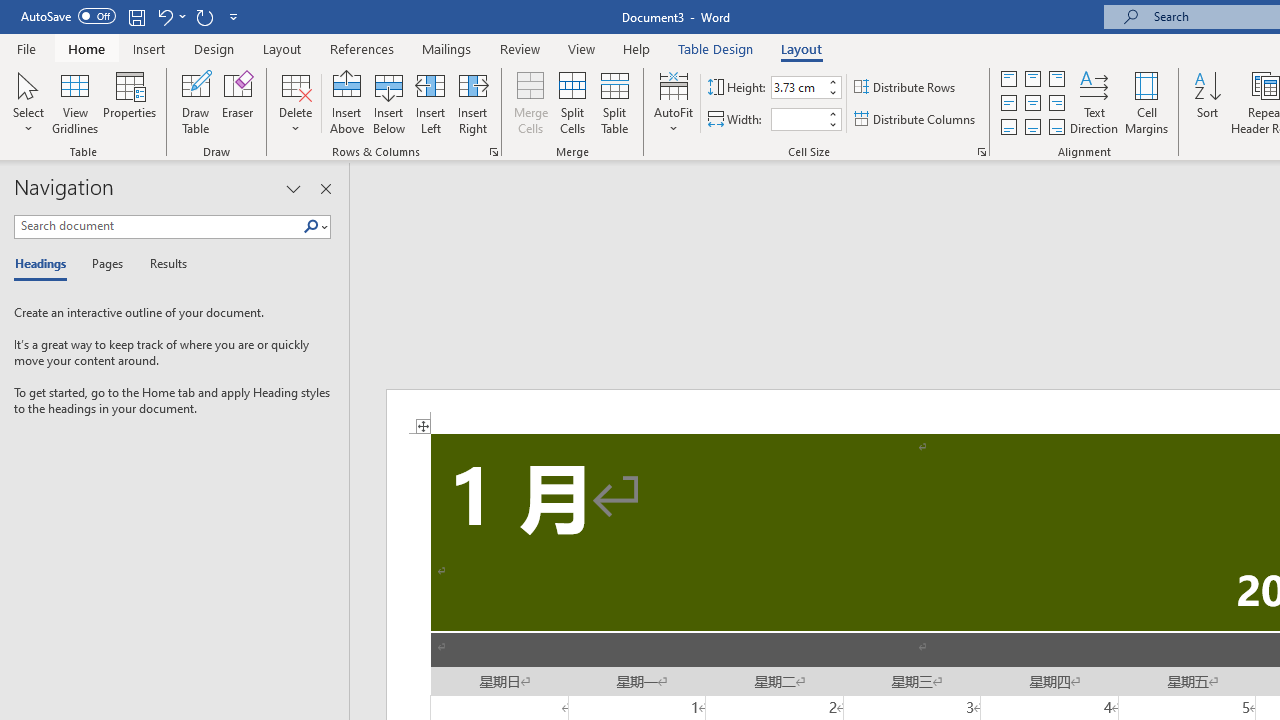 The image size is (1280, 720). I want to click on 'Align Bottom Right', so click(1055, 127).